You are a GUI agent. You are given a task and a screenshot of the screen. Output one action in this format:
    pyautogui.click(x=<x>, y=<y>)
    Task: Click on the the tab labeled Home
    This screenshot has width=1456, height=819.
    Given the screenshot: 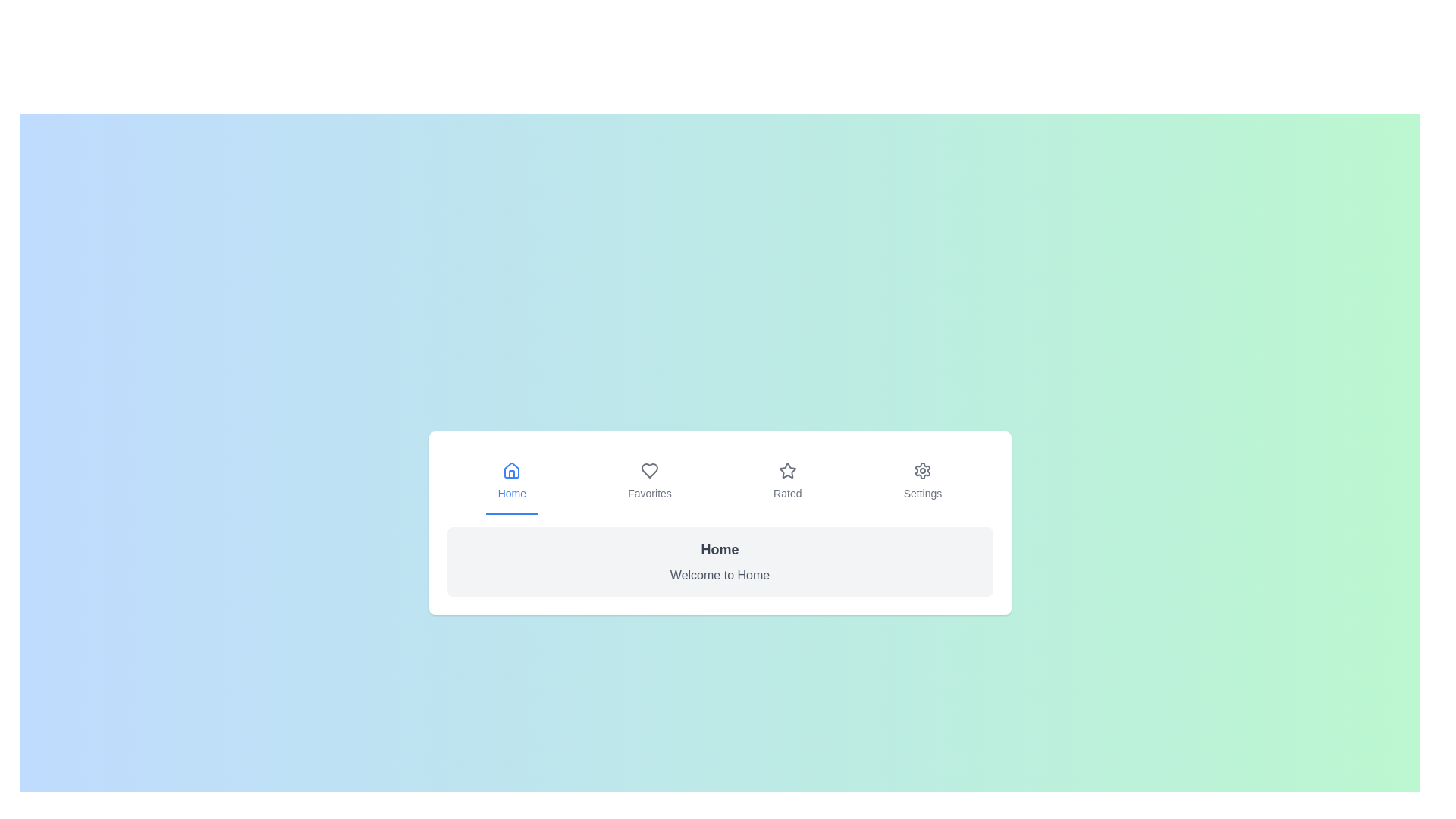 What is the action you would take?
    pyautogui.click(x=512, y=482)
    